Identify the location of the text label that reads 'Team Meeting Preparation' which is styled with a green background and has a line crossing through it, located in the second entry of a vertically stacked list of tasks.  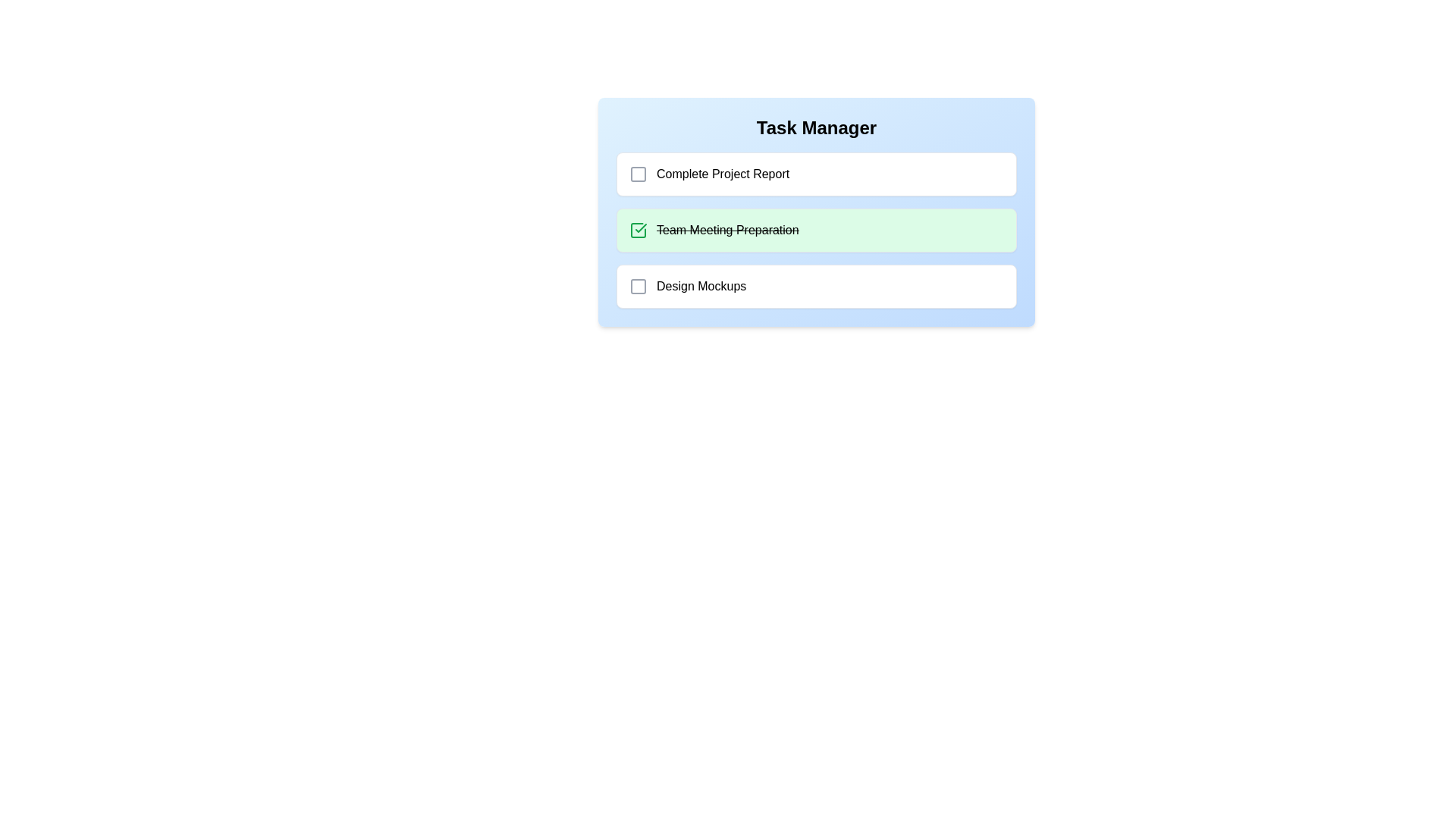
(713, 231).